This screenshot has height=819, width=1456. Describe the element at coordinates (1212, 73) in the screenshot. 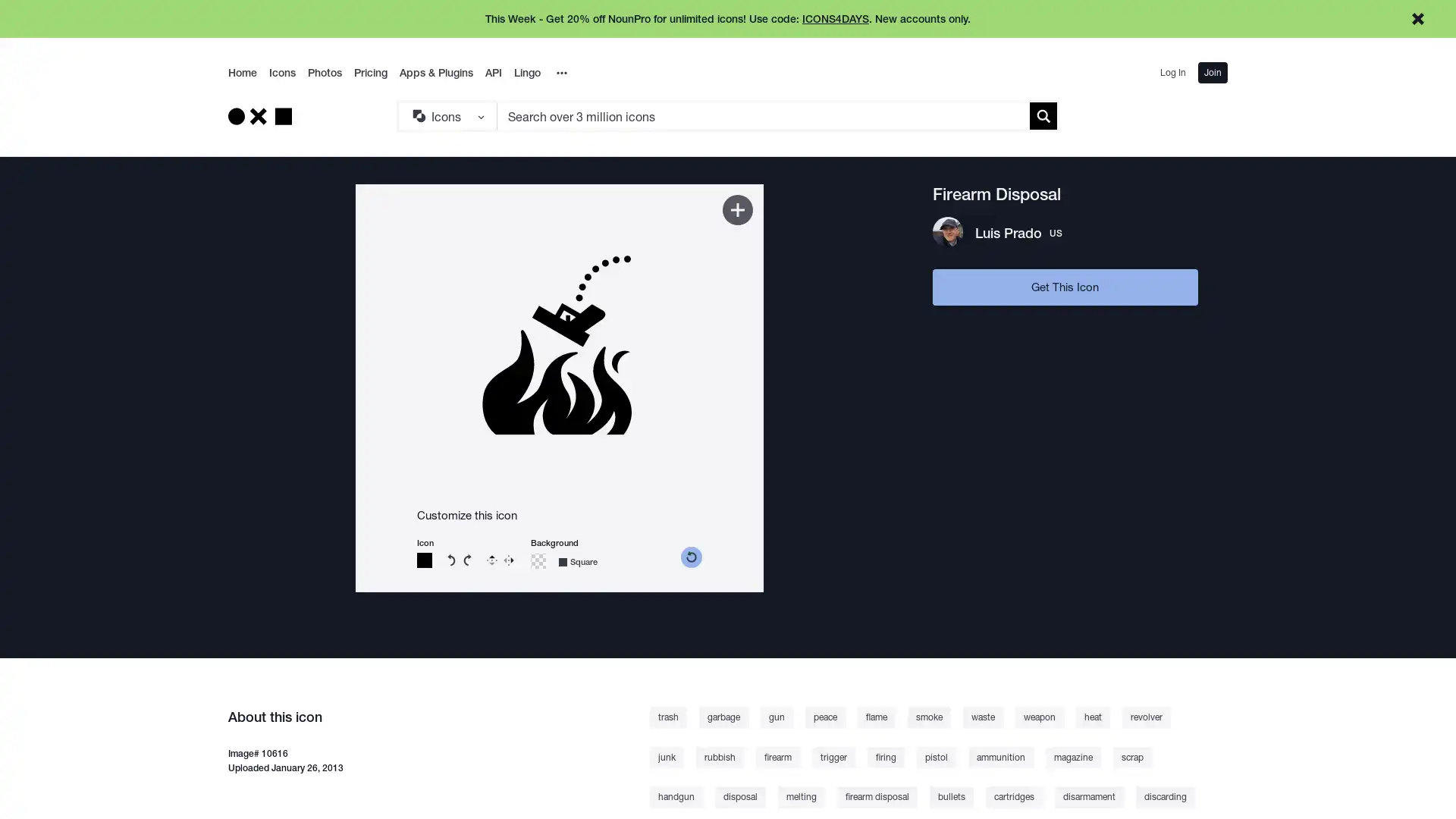

I see `Join` at that location.